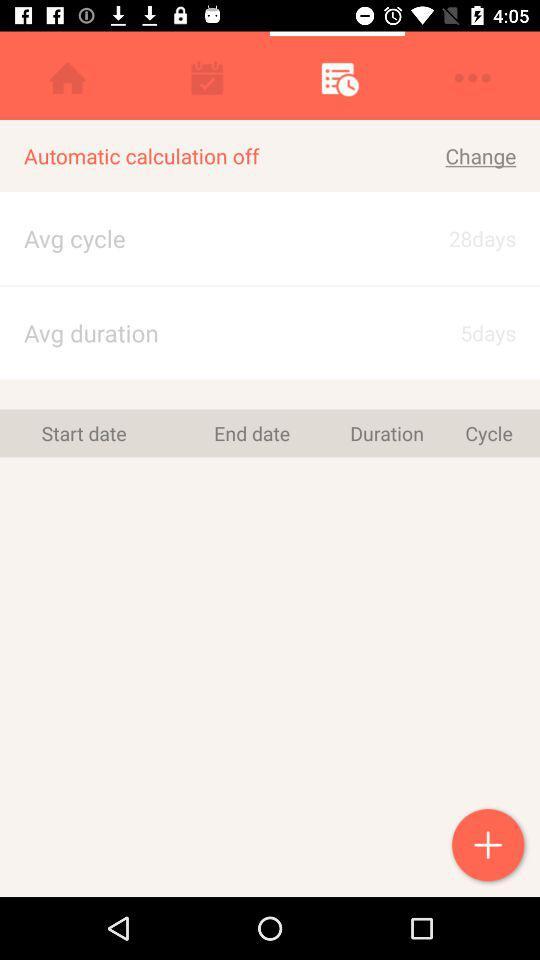 The image size is (540, 960). What do you see at coordinates (456, 155) in the screenshot?
I see `the item to the right of the automatic calculation off item` at bounding box center [456, 155].